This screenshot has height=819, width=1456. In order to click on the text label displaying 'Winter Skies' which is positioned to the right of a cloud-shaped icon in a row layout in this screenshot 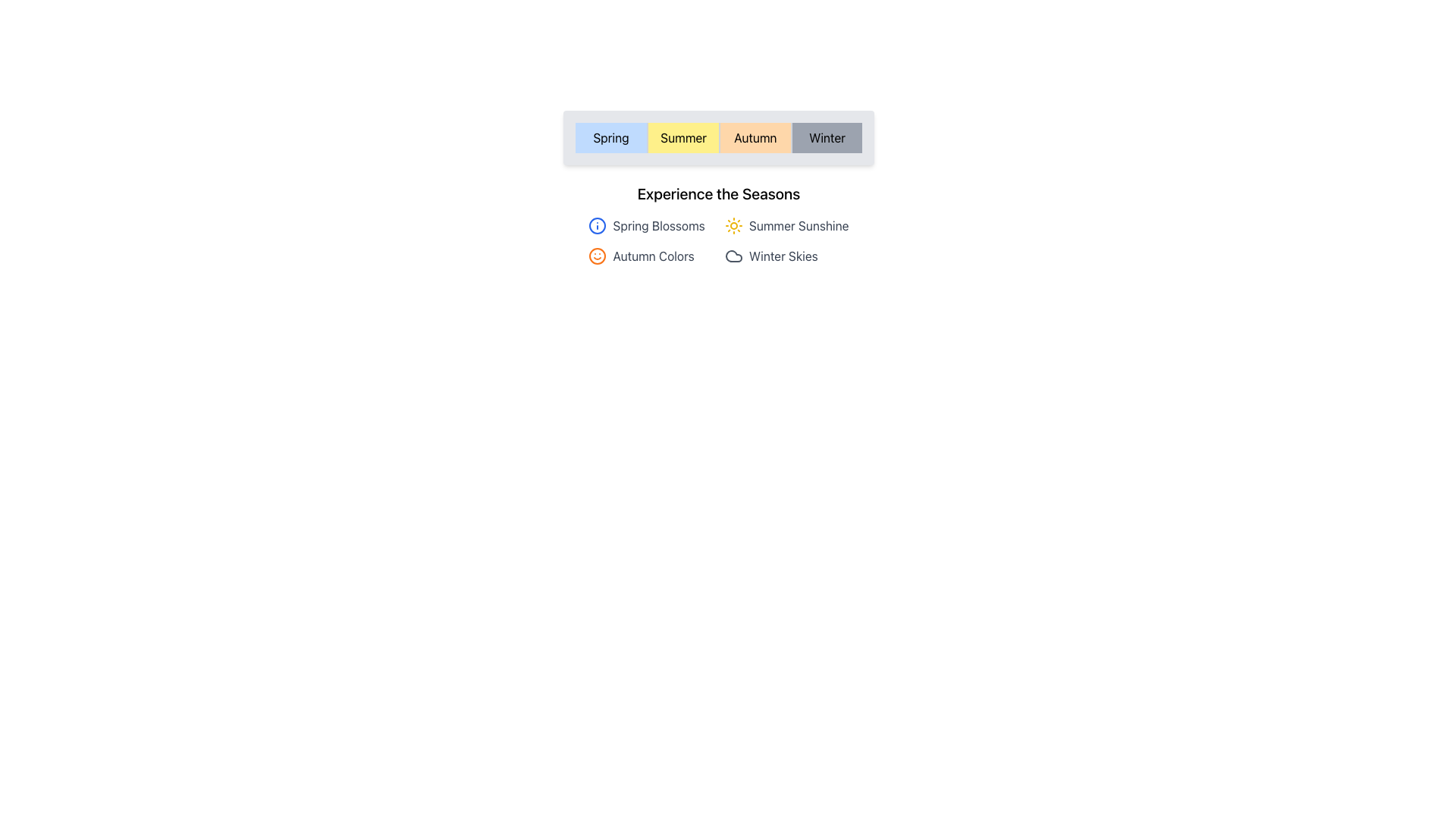, I will do `click(783, 256)`.